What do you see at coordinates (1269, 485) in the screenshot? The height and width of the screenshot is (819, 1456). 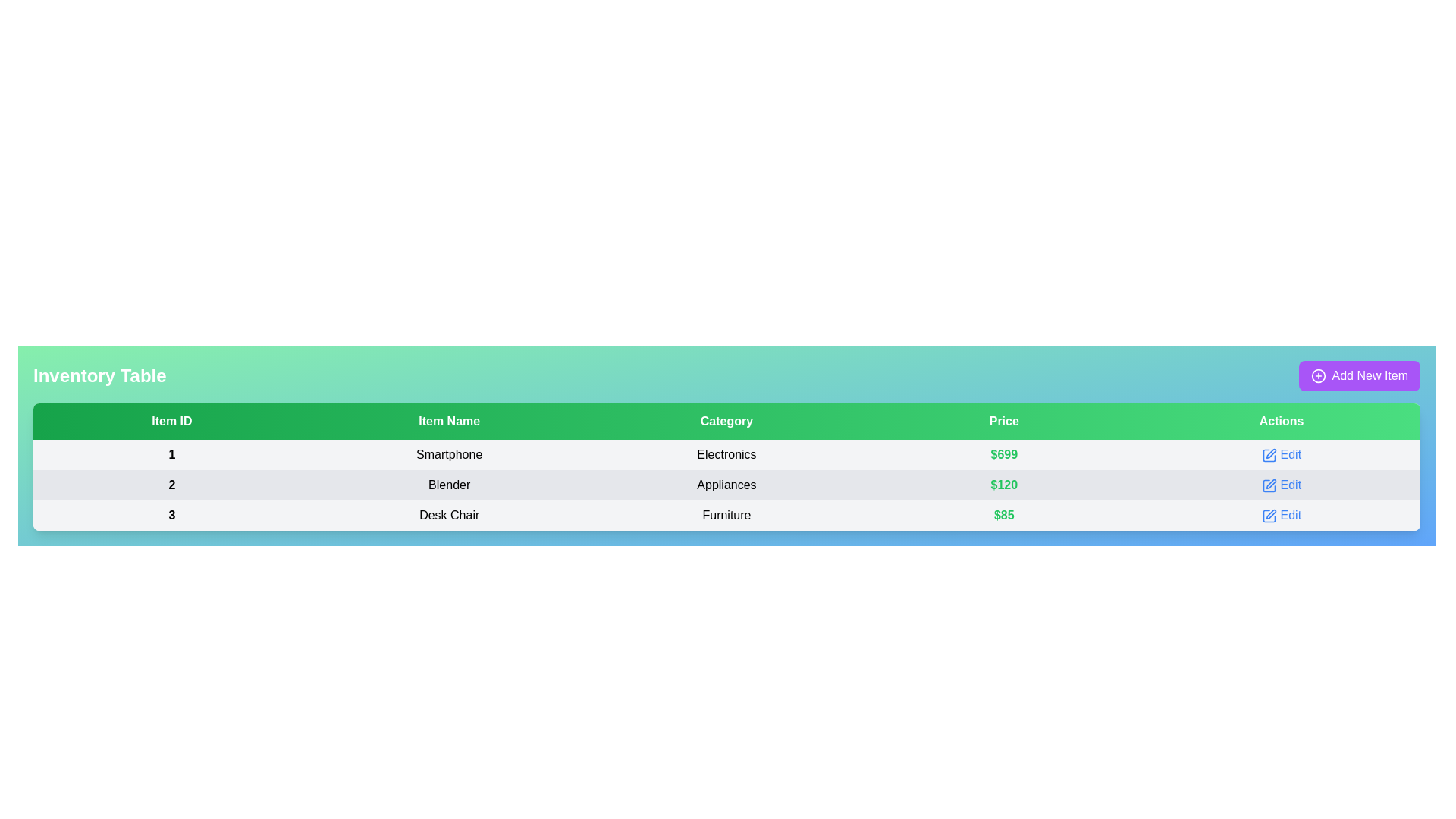 I see `the square outline icon with a pen crossing it diagonally in the Actions column on the second row corresponding to the Blender item to initiate the edit action` at bounding box center [1269, 485].